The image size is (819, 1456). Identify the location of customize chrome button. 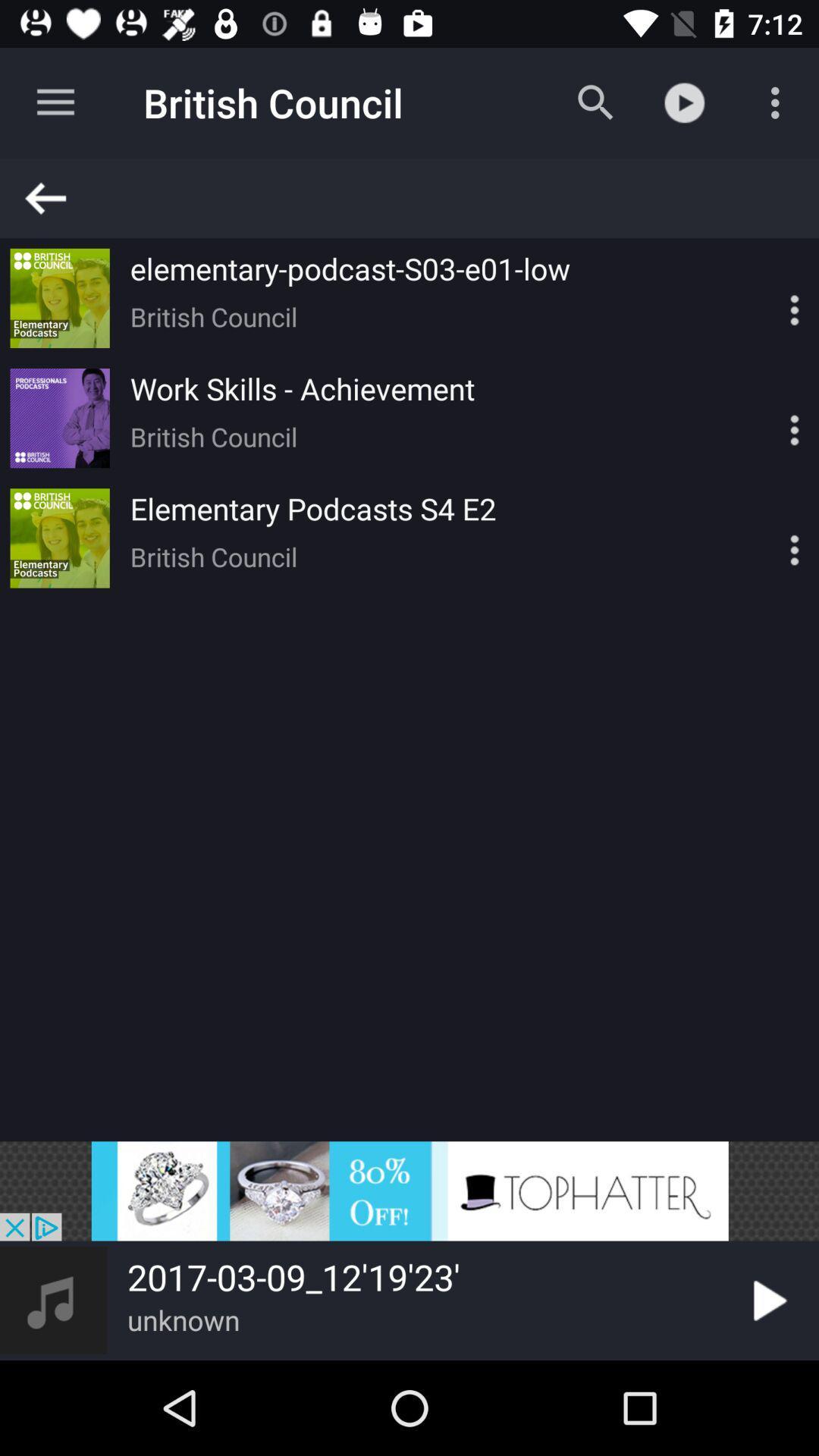
(768, 418).